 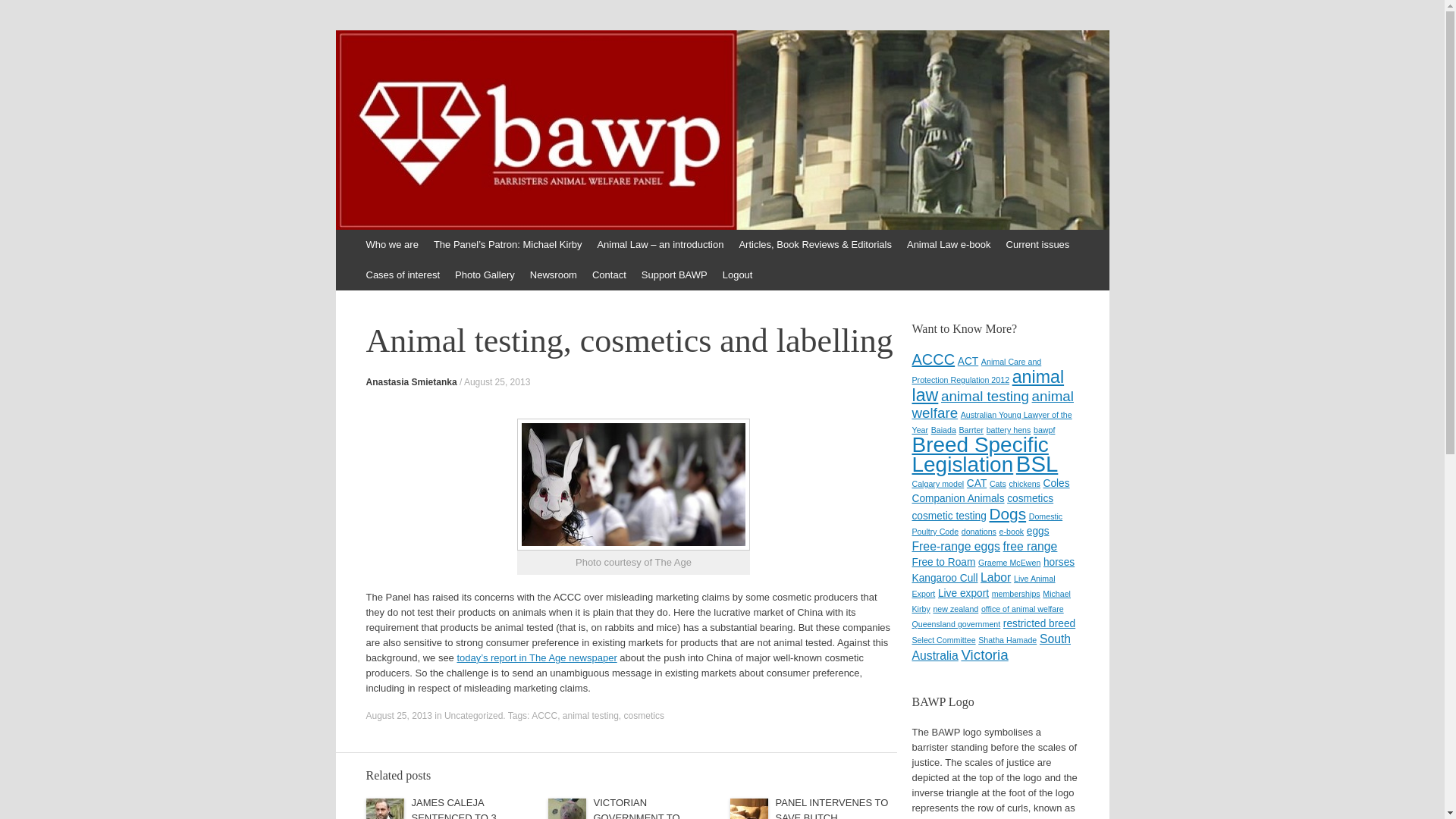 What do you see at coordinates (948, 244) in the screenshot?
I see `'Animal Law e-book'` at bounding box center [948, 244].